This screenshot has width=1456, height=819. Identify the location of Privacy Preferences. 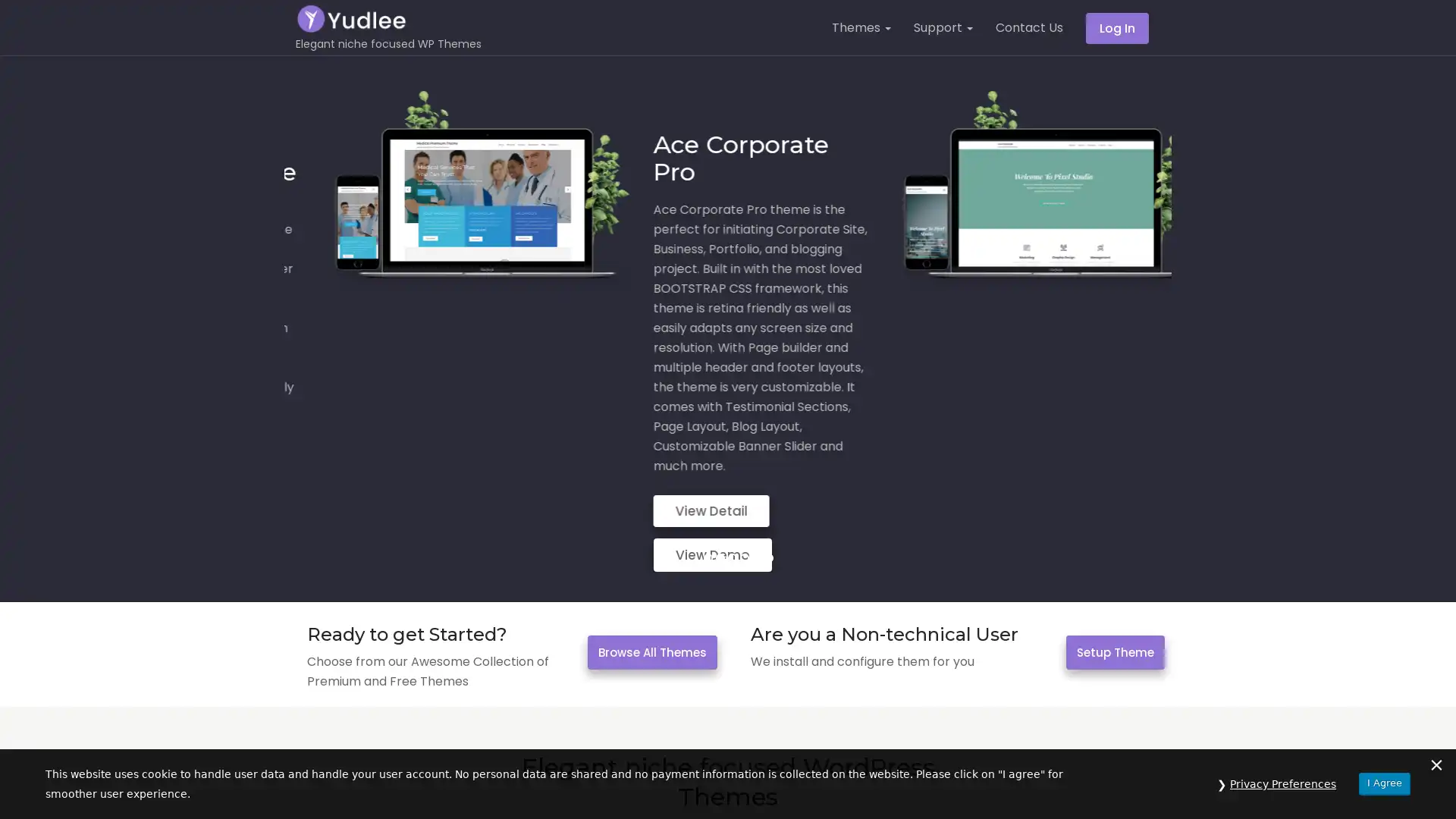
(1282, 783).